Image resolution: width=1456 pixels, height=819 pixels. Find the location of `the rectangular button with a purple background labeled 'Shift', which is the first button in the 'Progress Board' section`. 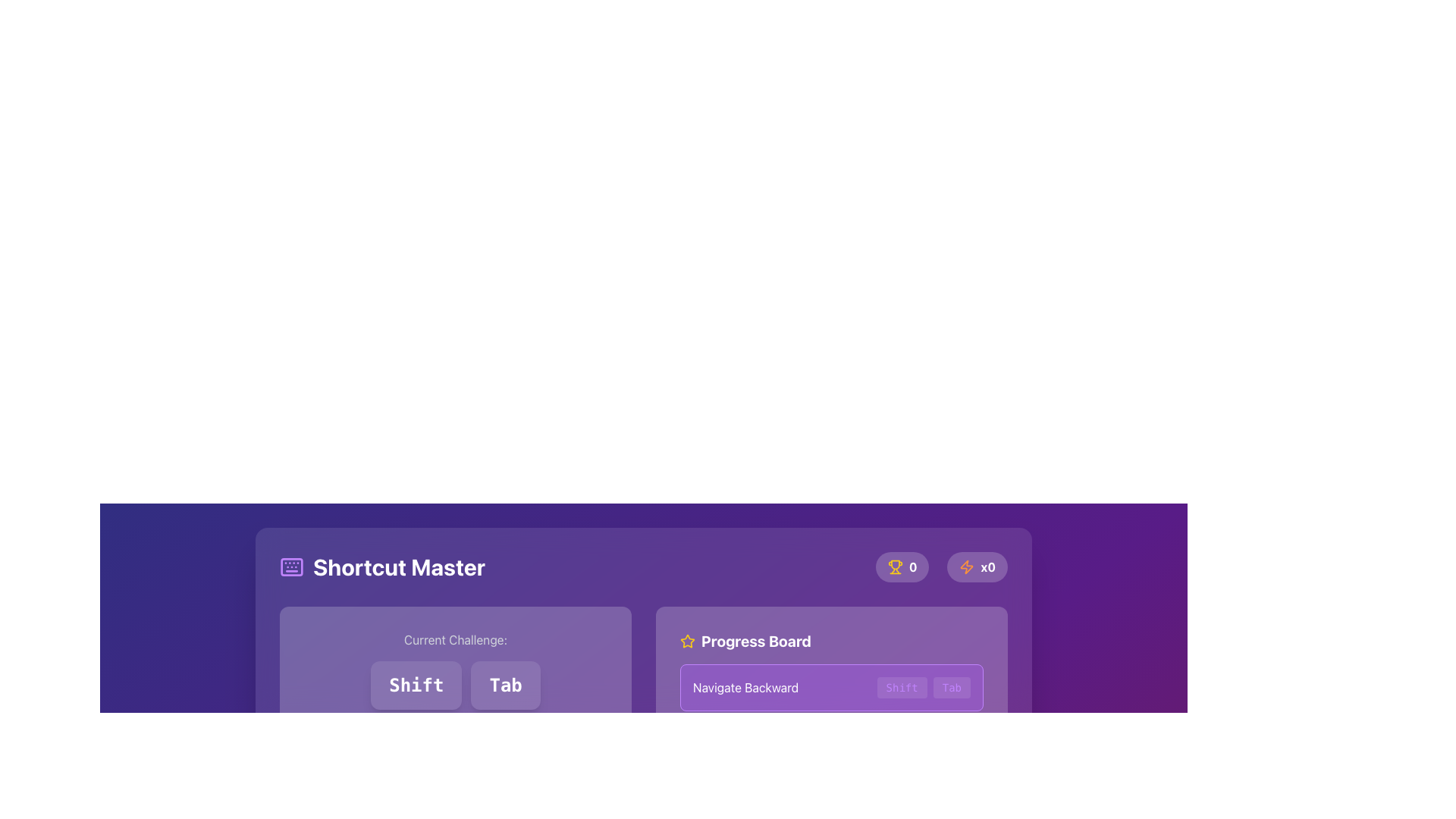

the rectangular button with a purple background labeled 'Shift', which is the first button in the 'Progress Board' section is located at coordinates (902, 687).